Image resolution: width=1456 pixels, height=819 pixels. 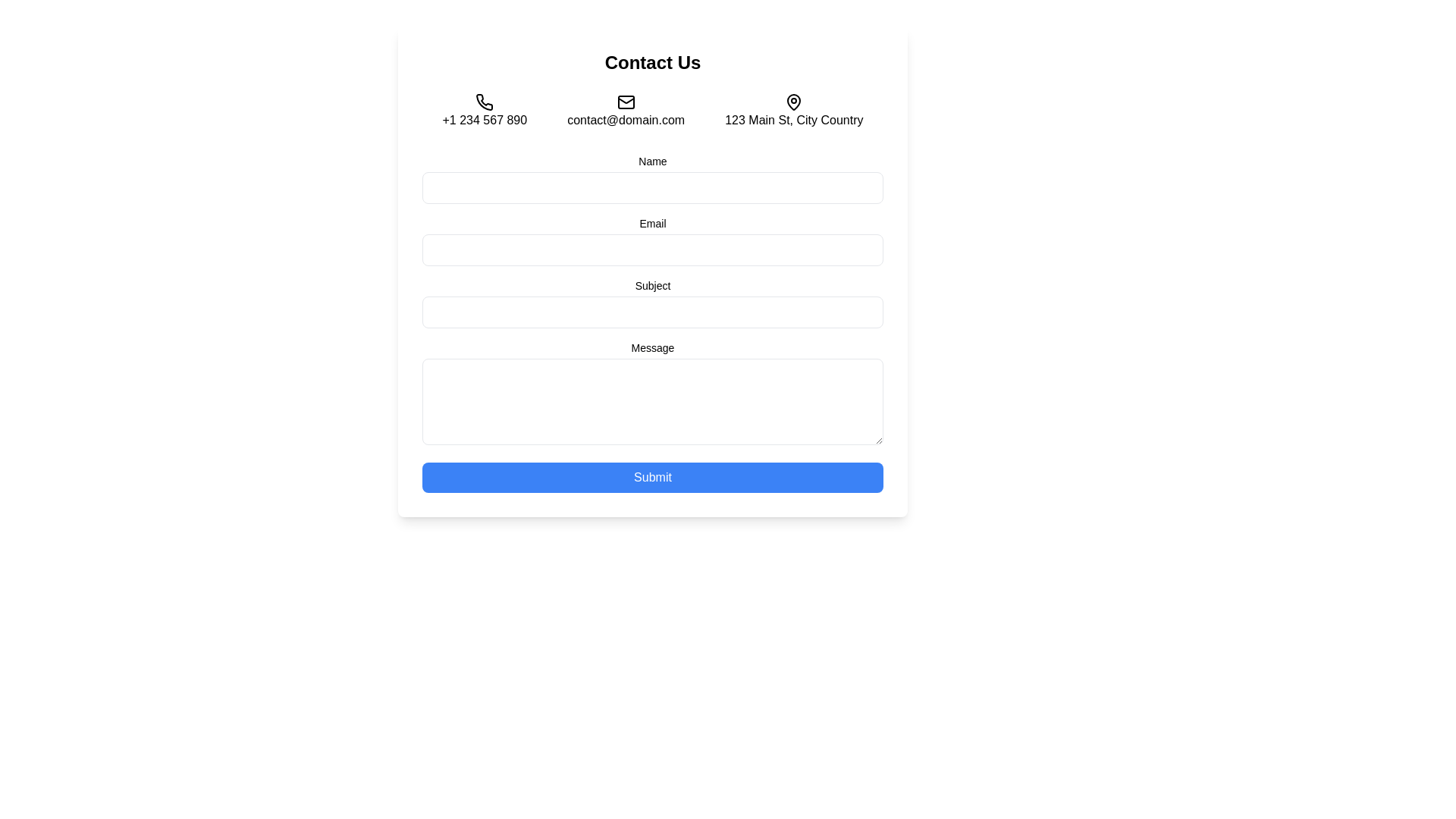 What do you see at coordinates (626, 102) in the screenshot?
I see `the main rectangular graphical component within the envelope-shaped icon in the 'Contact Us' section` at bounding box center [626, 102].